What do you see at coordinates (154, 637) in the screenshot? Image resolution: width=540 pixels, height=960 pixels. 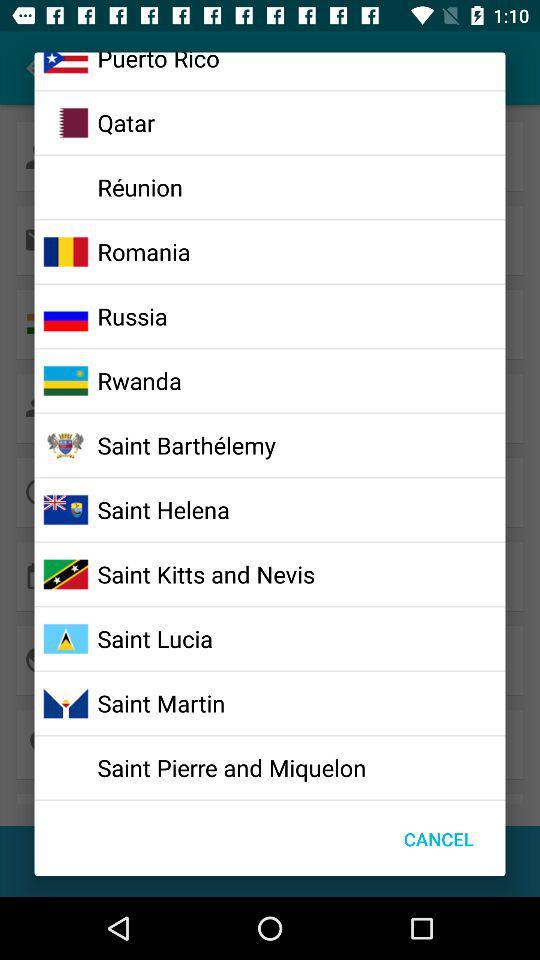 I see `the item above saint martin item` at bounding box center [154, 637].